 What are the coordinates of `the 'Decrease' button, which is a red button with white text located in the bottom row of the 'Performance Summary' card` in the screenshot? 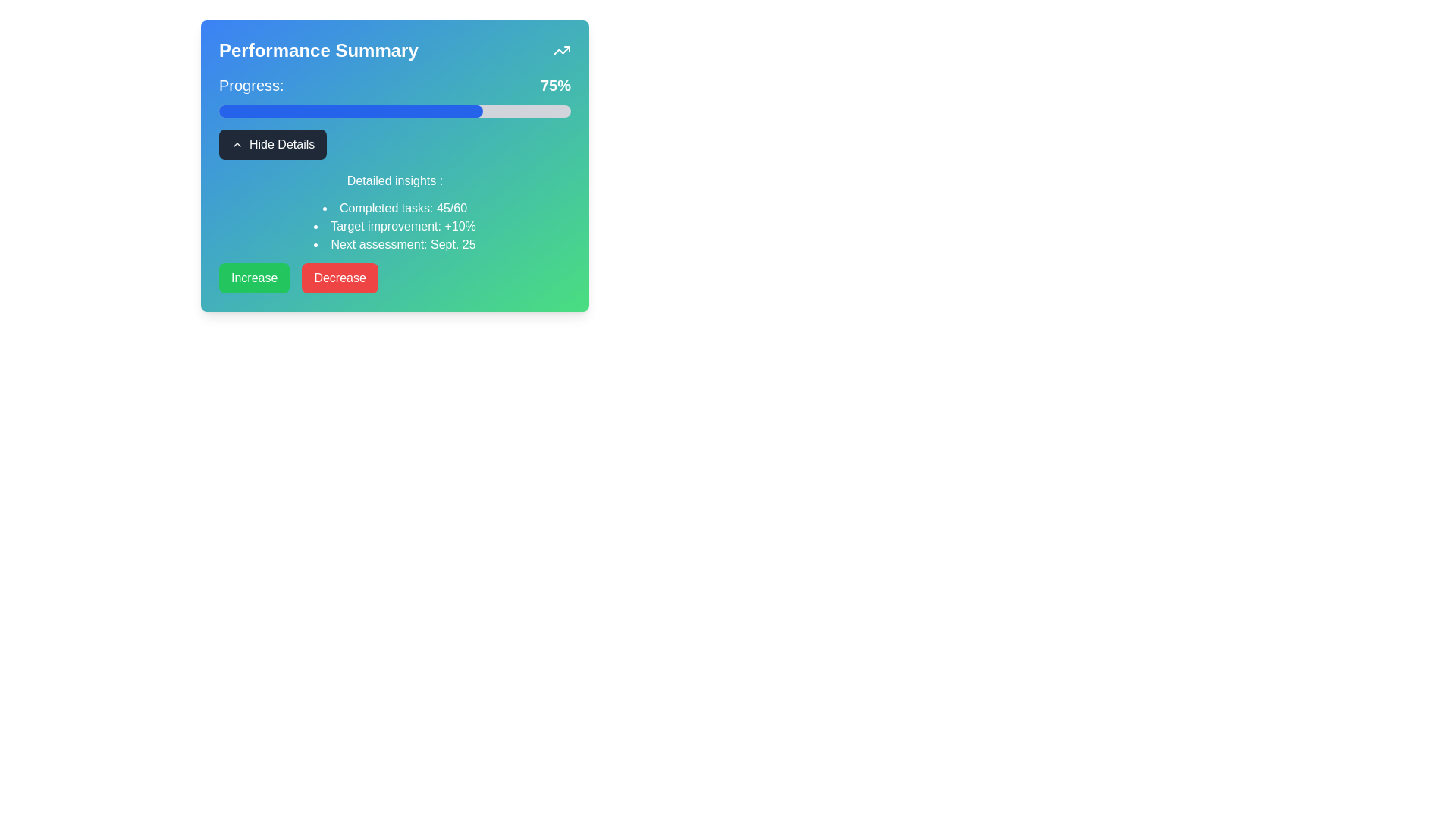 It's located at (339, 278).